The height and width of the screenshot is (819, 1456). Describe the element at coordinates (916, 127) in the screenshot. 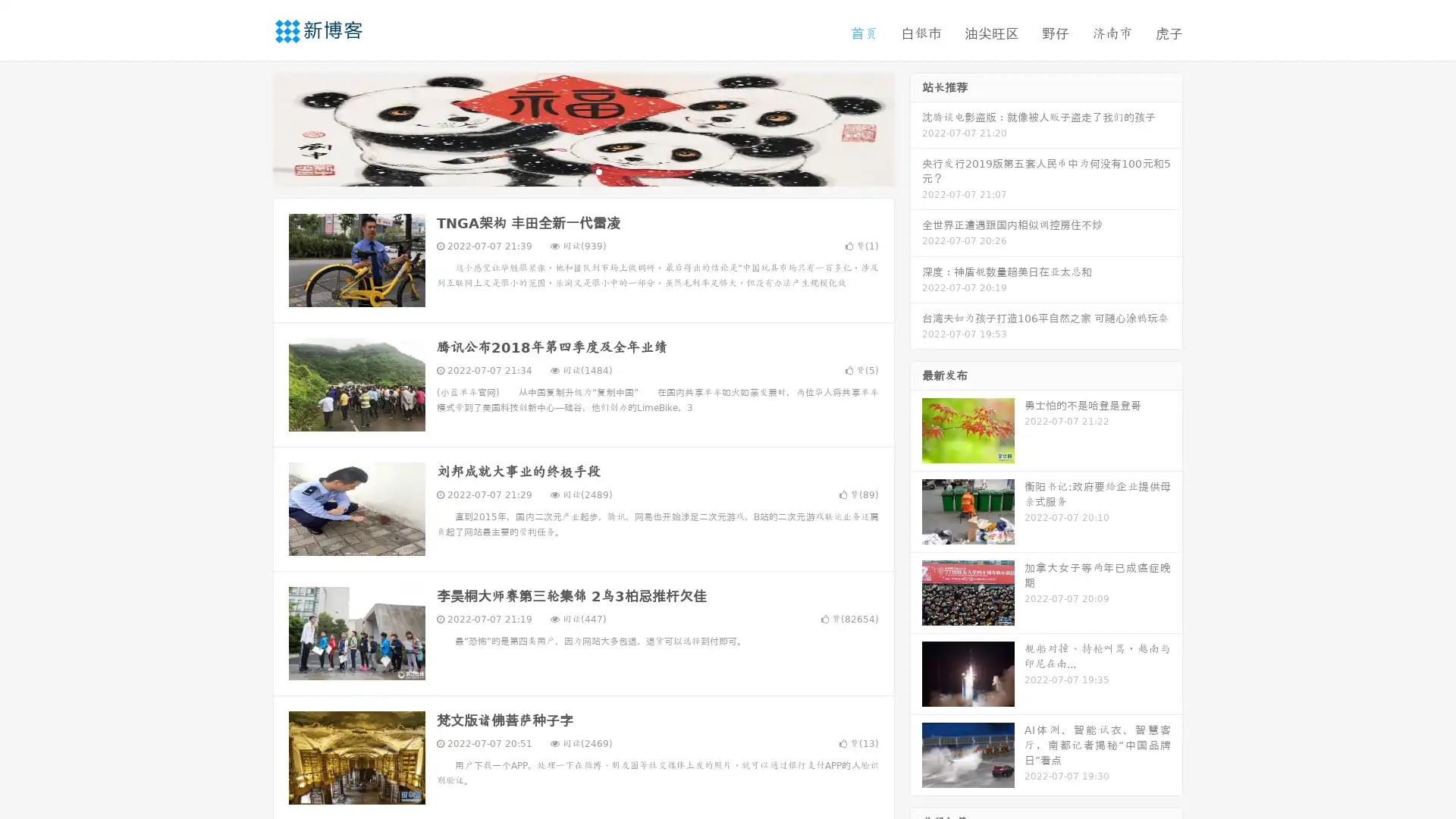

I see `Next slide` at that location.